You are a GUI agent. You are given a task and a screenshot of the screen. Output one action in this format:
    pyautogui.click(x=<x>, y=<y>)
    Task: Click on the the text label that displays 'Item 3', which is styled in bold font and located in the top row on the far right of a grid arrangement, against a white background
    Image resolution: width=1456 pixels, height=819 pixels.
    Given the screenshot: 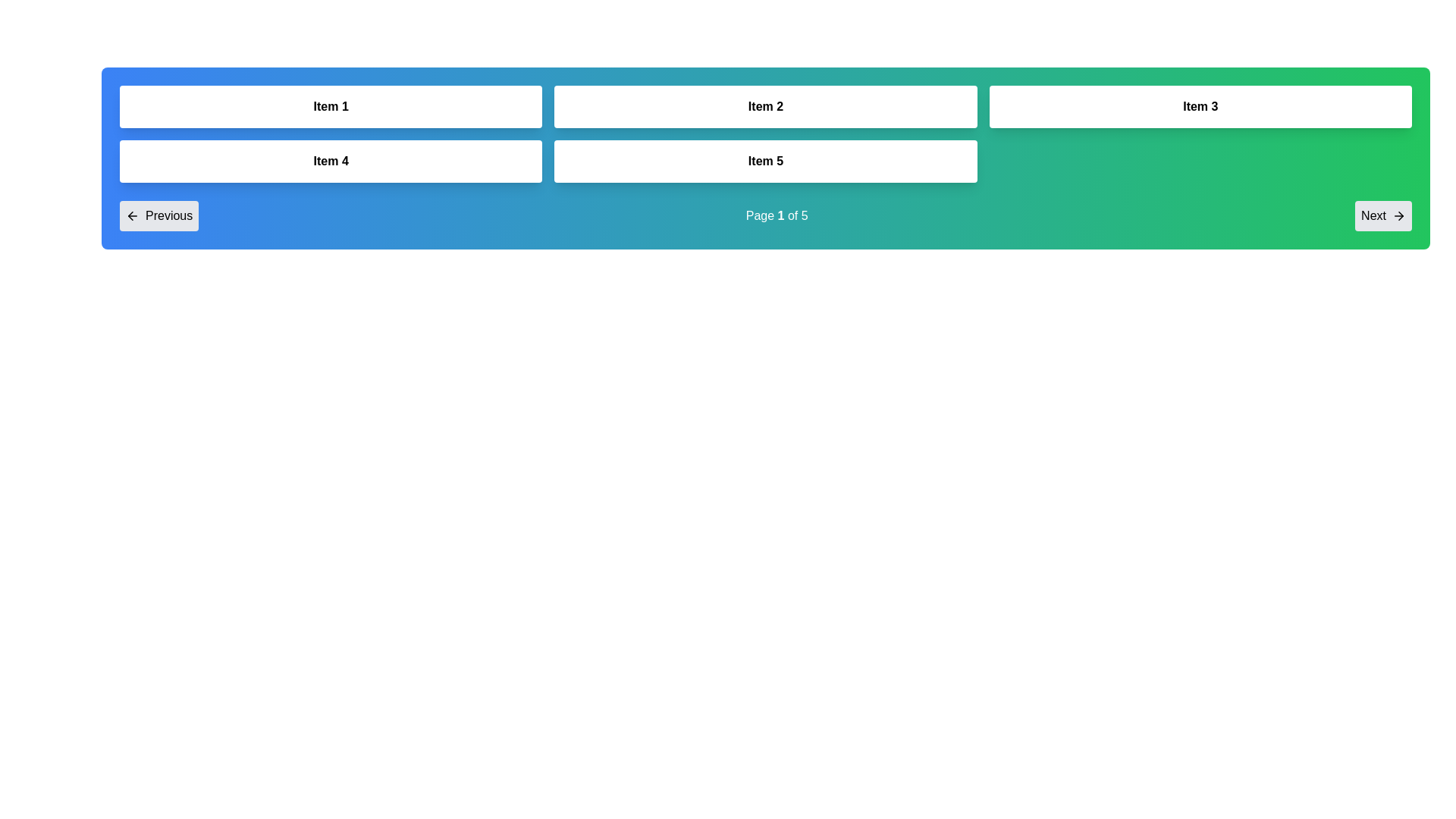 What is the action you would take?
    pyautogui.click(x=1200, y=106)
    